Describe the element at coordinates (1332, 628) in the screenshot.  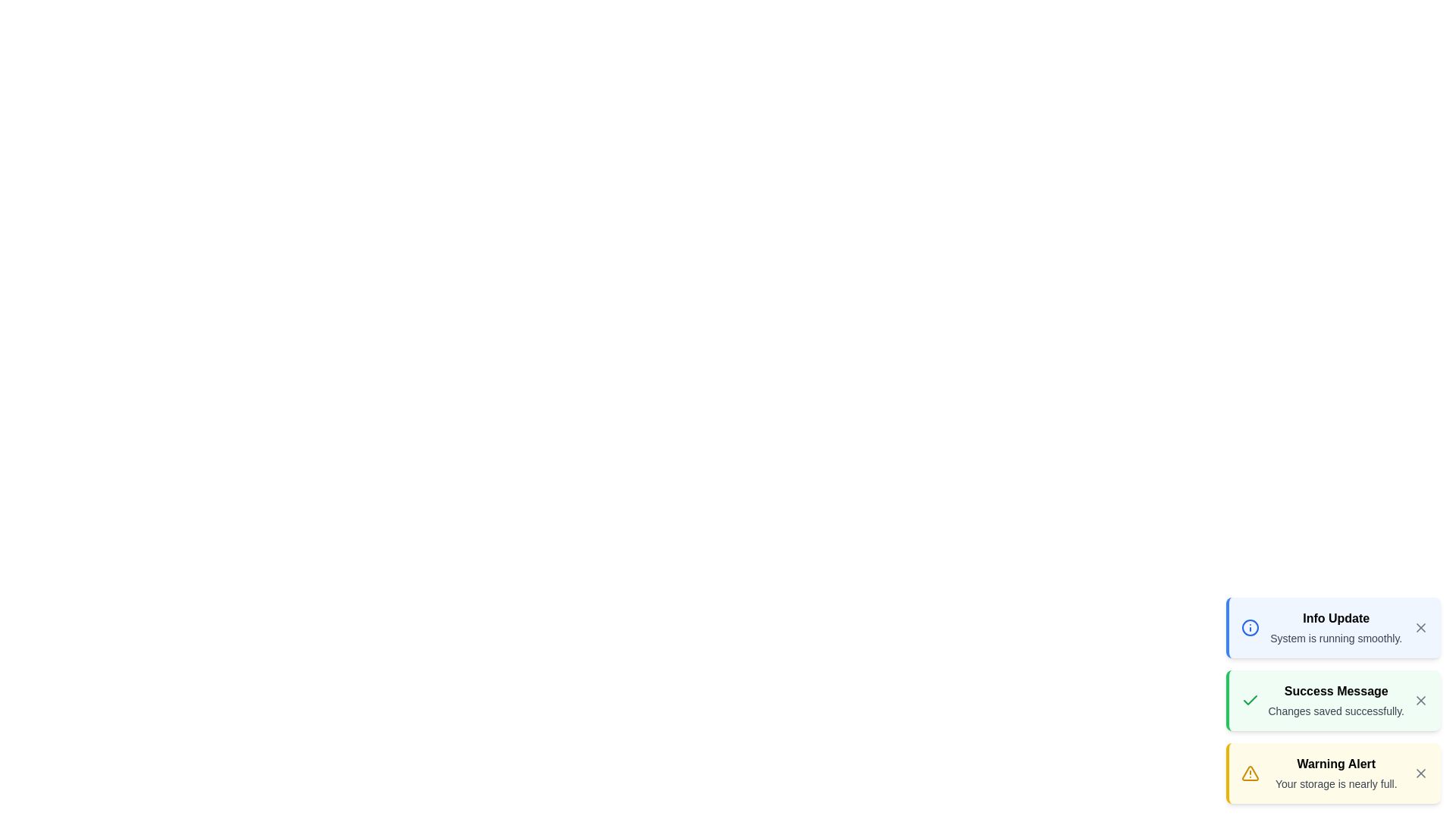
I see `the notification with the title Info Update to emphasize its icon and color` at that location.